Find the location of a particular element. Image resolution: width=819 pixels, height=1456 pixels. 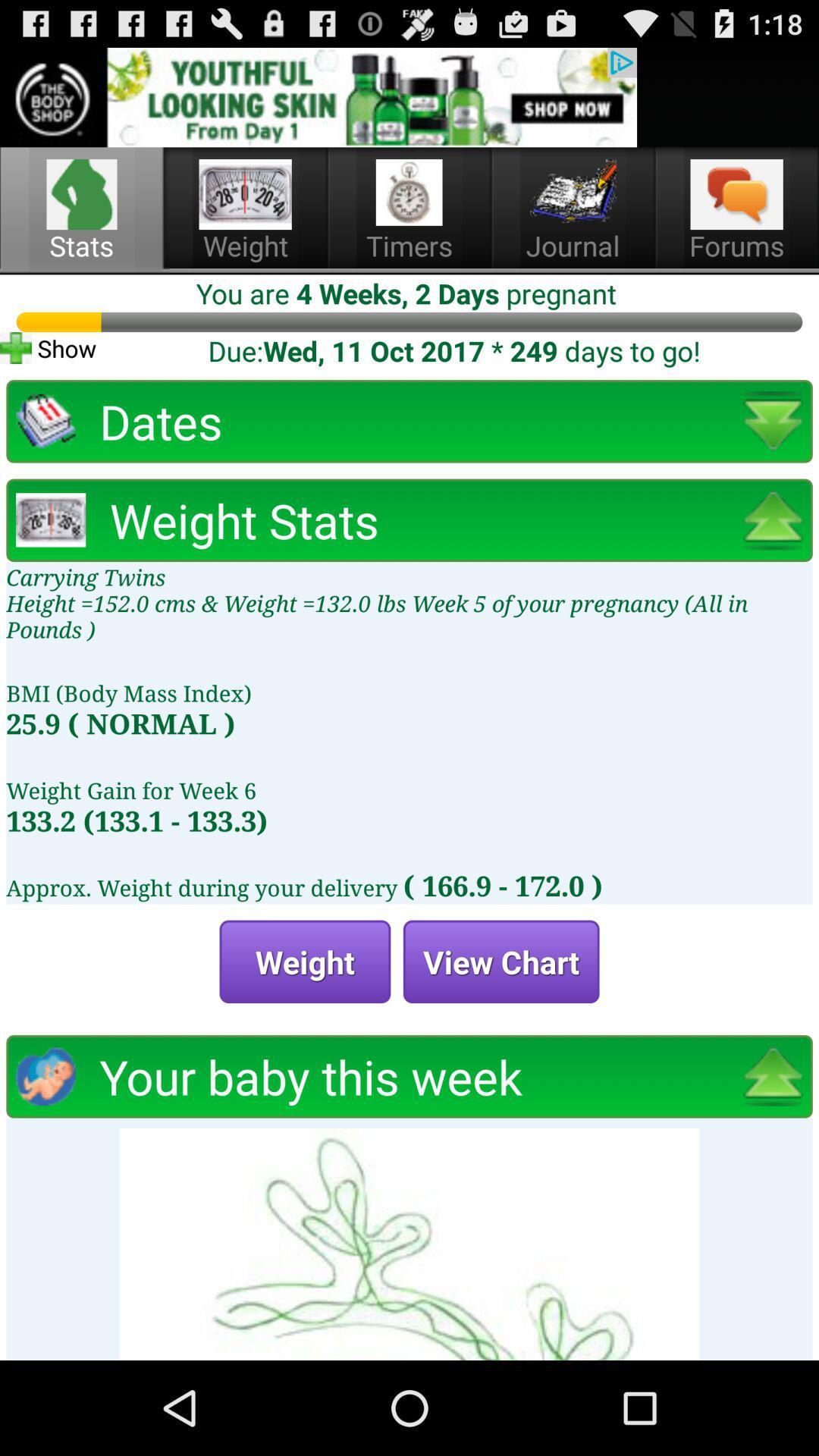

advertisement store is located at coordinates (318, 96).